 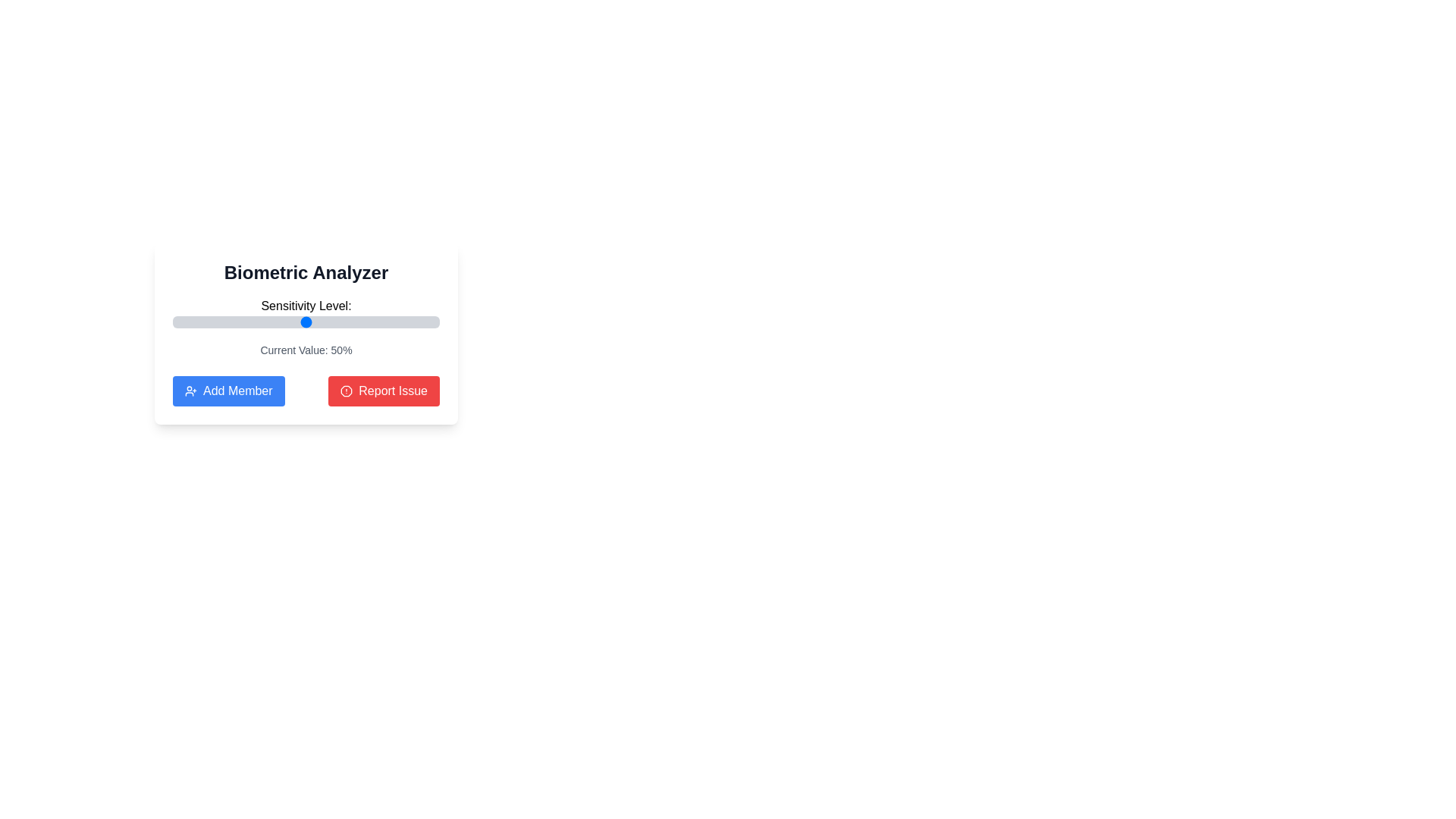 What do you see at coordinates (204, 321) in the screenshot?
I see `the sensitivity level` at bounding box center [204, 321].